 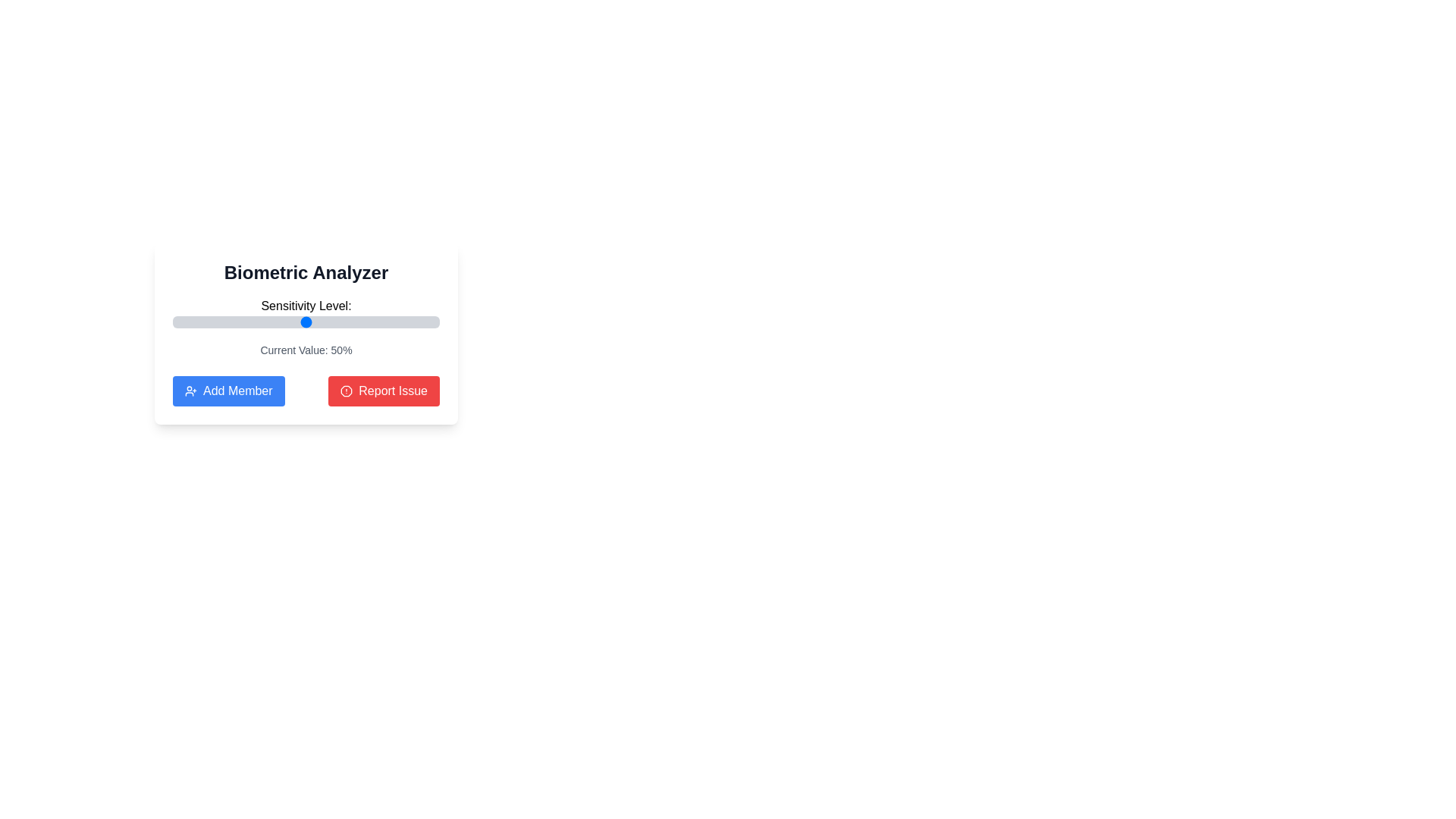 What do you see at coordinates (204, 321) in the screenshot?
I see `the sensitivity level` at bounding box center [204, 321].